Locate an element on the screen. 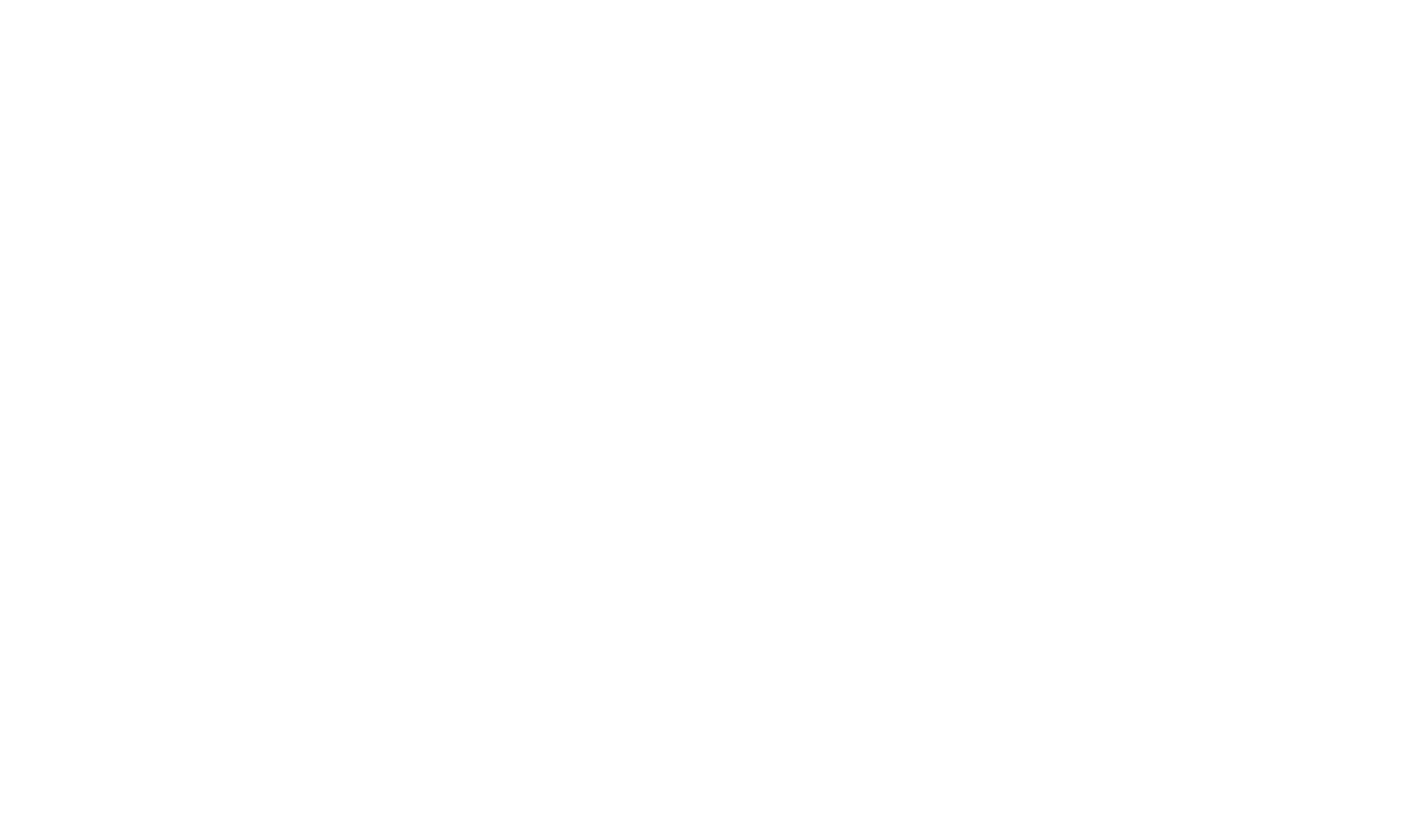 The image size is (1428, 840). 'is the ideal place for all travelers looking for comfort, conviviality and authenticity. Come and live a unique experience in our' is located at coordinates (714, 585).